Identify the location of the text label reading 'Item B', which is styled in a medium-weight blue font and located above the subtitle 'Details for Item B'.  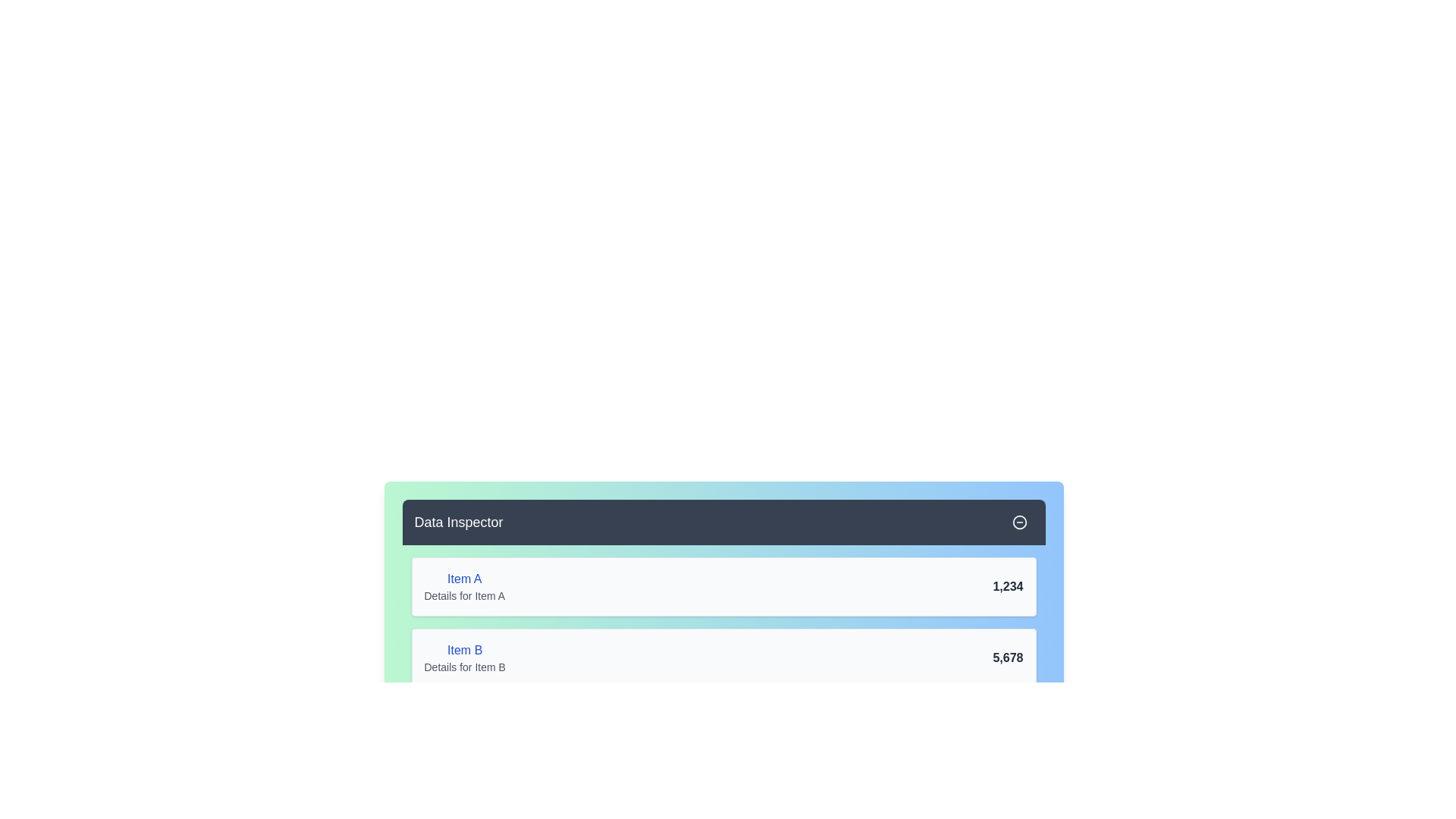
(464, 649).